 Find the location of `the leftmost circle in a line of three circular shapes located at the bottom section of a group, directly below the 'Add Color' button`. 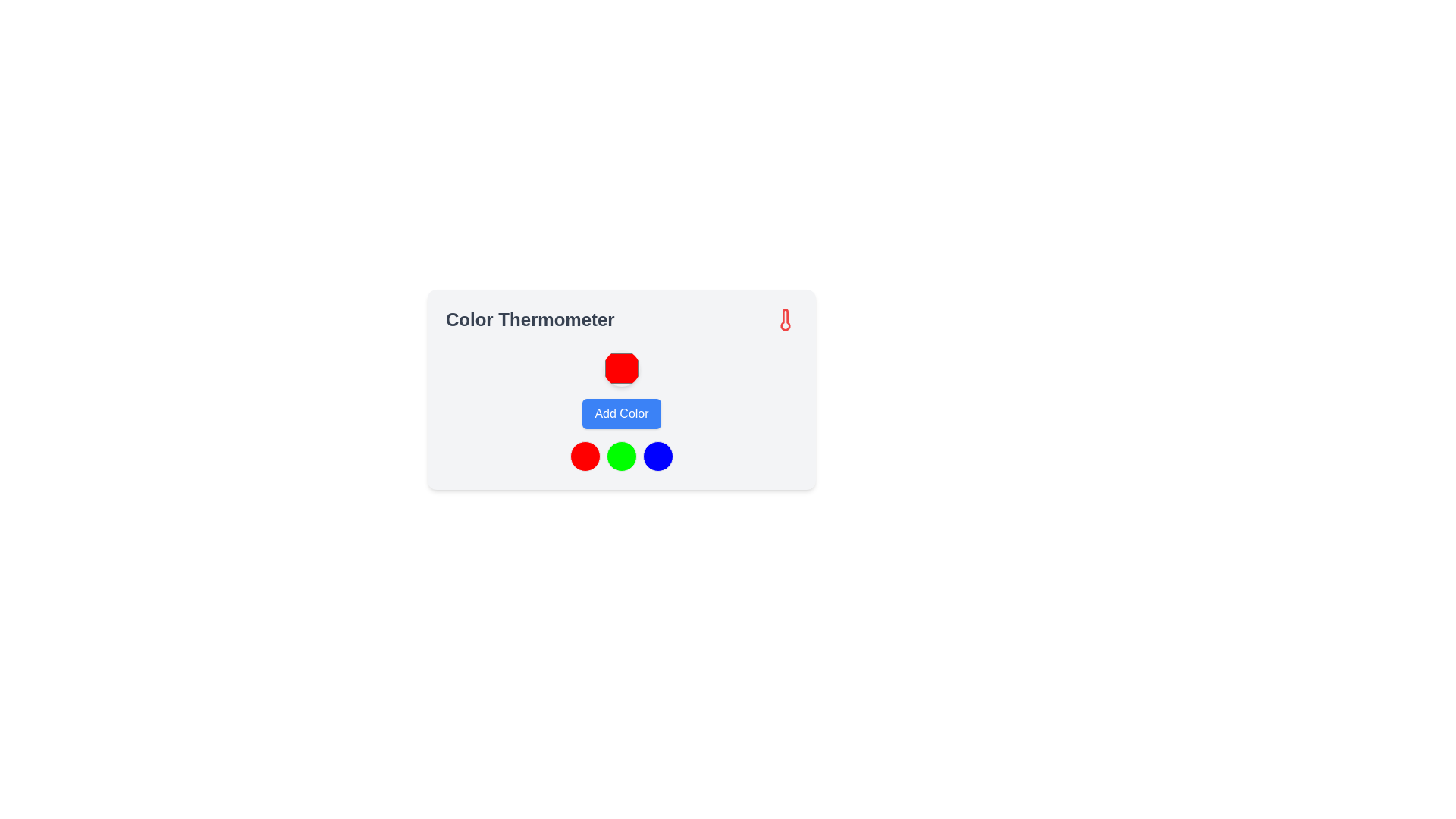

the leftmost circle in a line of three circular shapes located at the bottom section of a group, directly below the 'Add Color' button is located at coordinates (585, 455).